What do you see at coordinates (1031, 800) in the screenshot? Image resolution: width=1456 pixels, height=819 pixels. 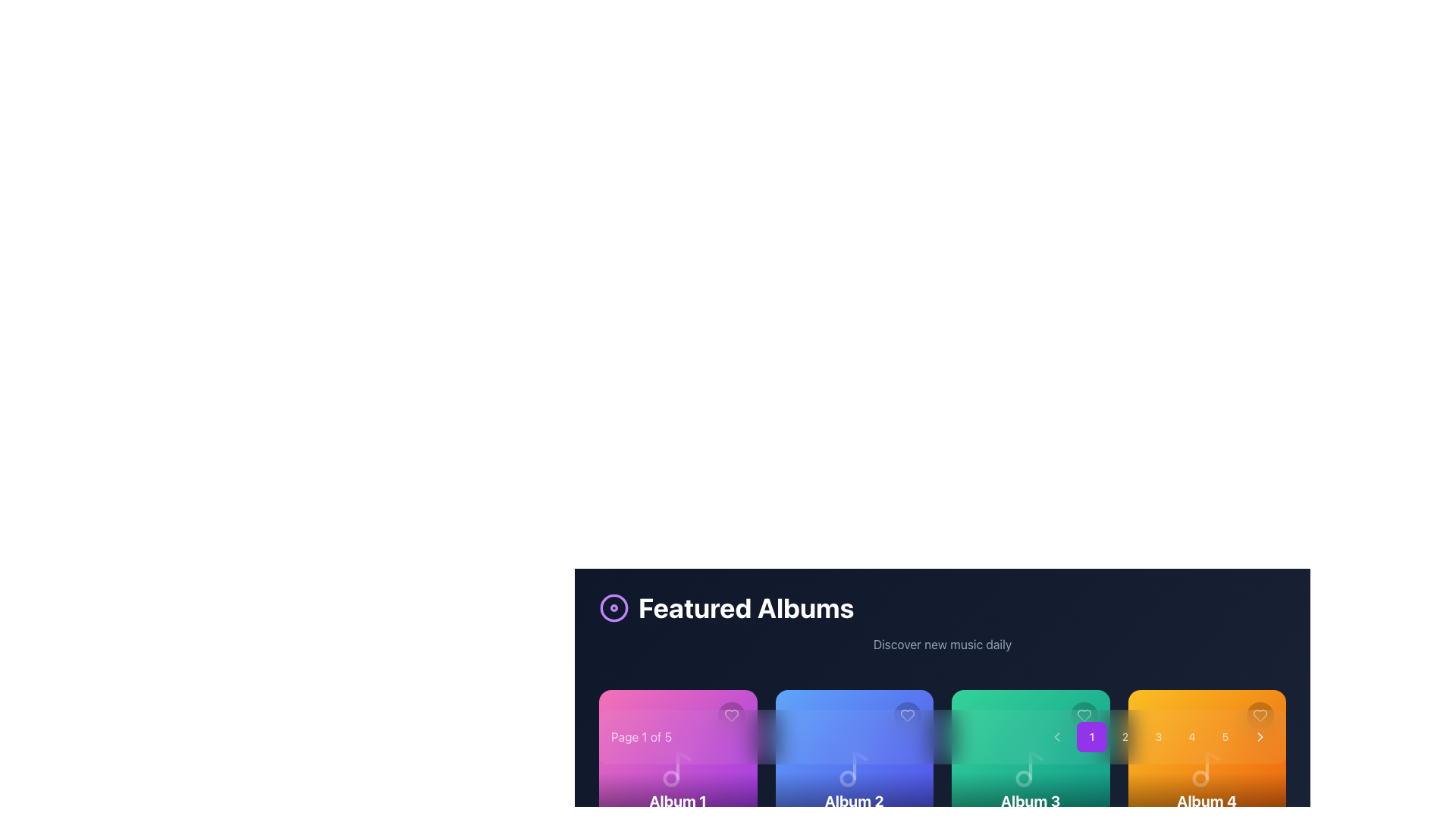 I see `the text label displaying the album name 'Album 3' located in the footer section of the third album card` at bounding box center [1031, 800].